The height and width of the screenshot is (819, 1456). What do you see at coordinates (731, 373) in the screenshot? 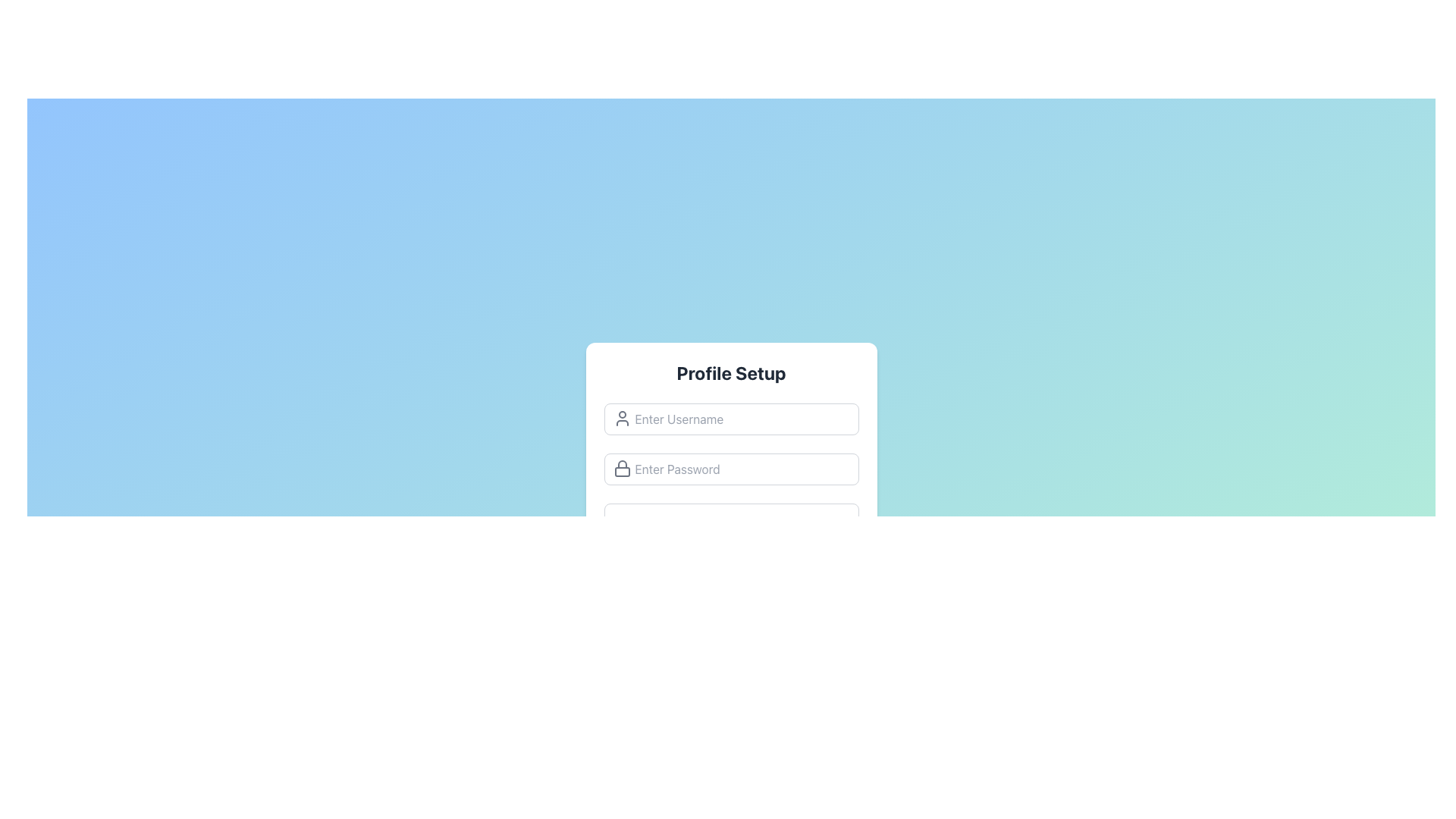
I see `the header text element that provides context for the profile setup section, located above the form input fields` at bounding box center [731, 373].